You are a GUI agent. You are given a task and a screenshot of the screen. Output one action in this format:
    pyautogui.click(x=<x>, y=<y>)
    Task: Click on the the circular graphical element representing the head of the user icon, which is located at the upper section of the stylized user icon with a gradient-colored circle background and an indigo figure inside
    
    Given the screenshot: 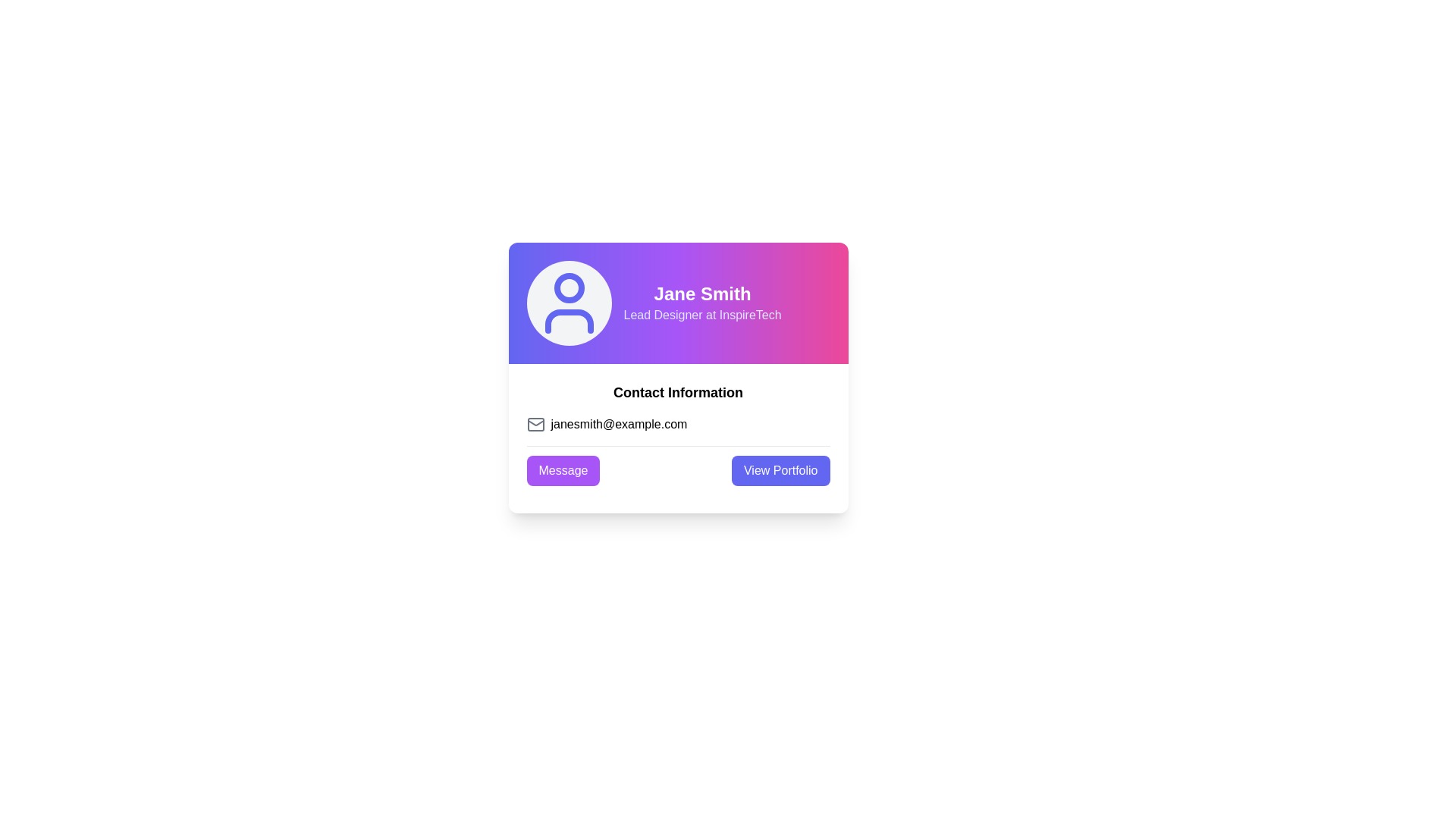 What is the action you would take?
    pyautogui.click(x=568, y=288)
    